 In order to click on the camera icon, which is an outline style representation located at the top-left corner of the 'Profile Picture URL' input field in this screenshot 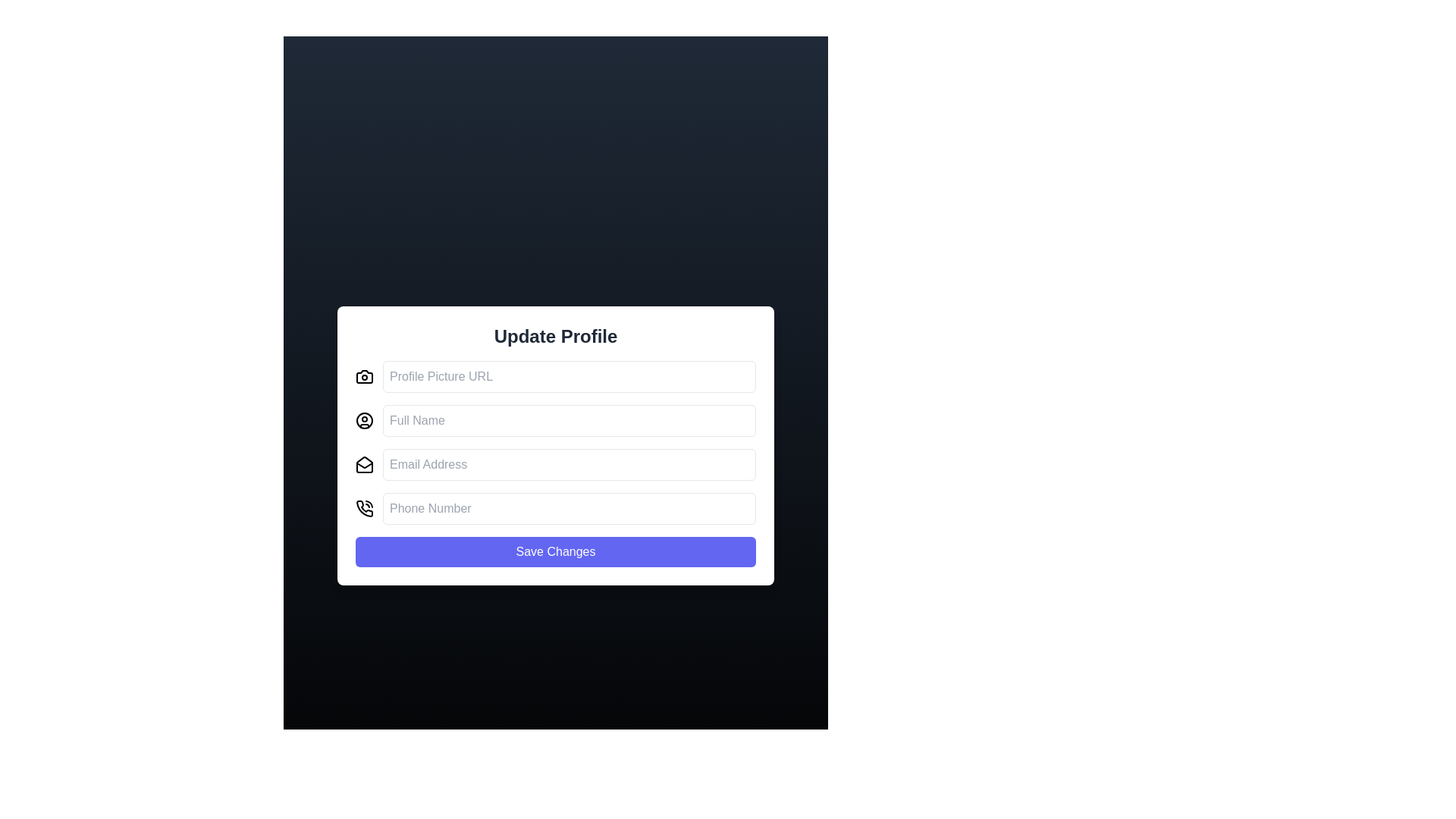, I will do `click(364, 376)`.